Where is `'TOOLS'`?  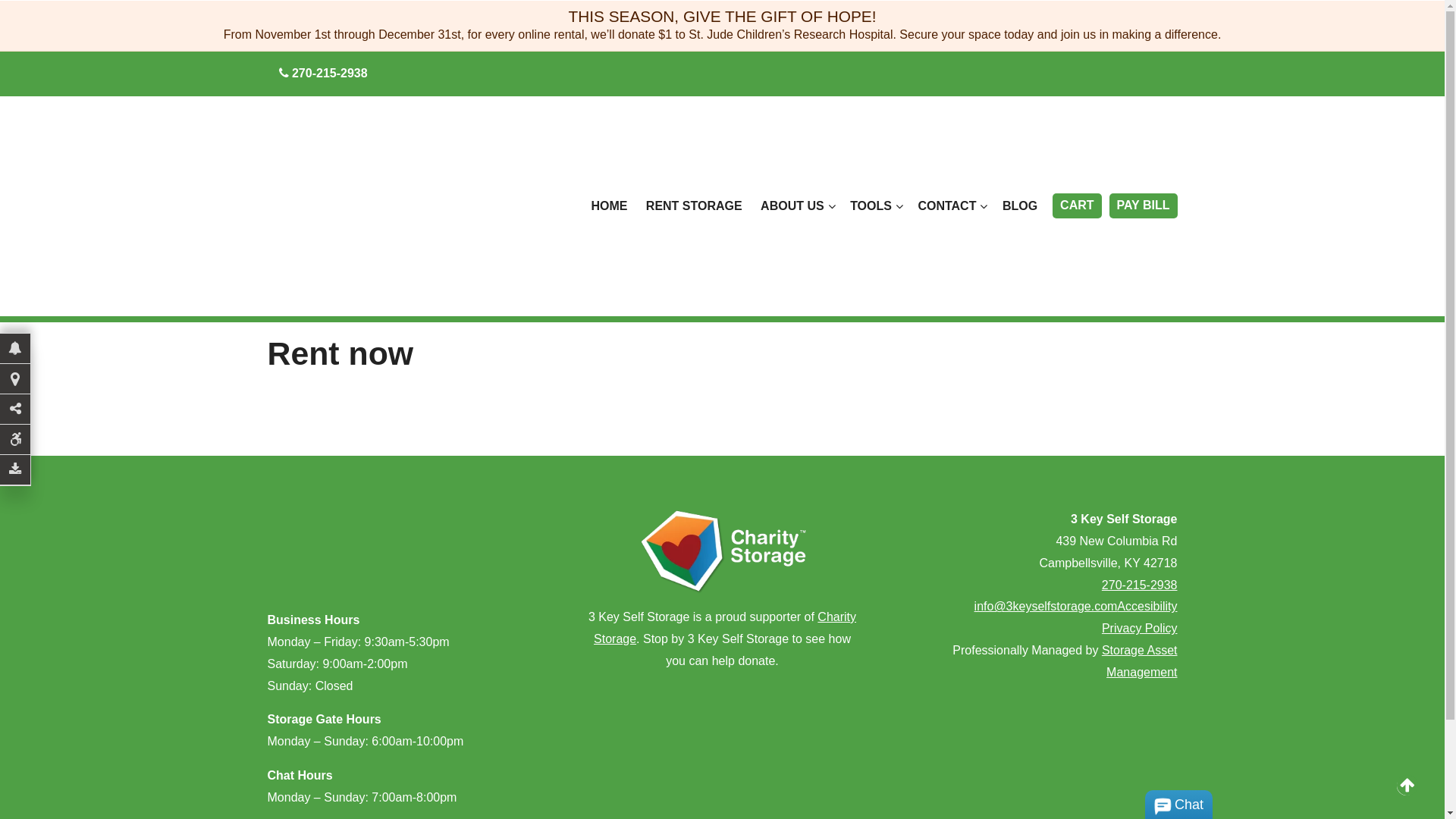 'TOOLS' is located at coordinates (874, 206).